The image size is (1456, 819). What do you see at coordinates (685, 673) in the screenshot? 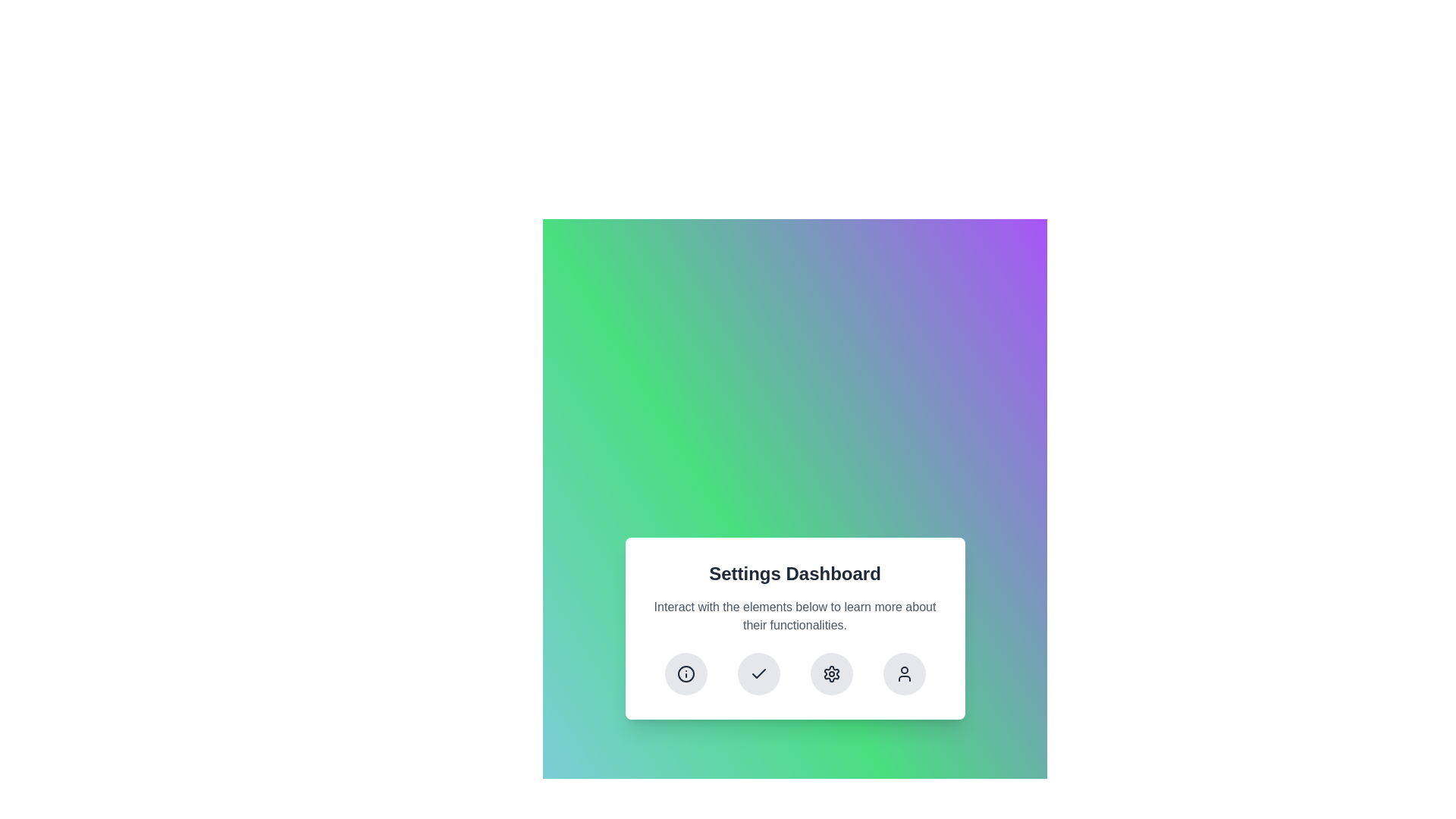
I see `the first information icon on the bottom of the Settings Dashboard panel` at bounding box center [685, 673].